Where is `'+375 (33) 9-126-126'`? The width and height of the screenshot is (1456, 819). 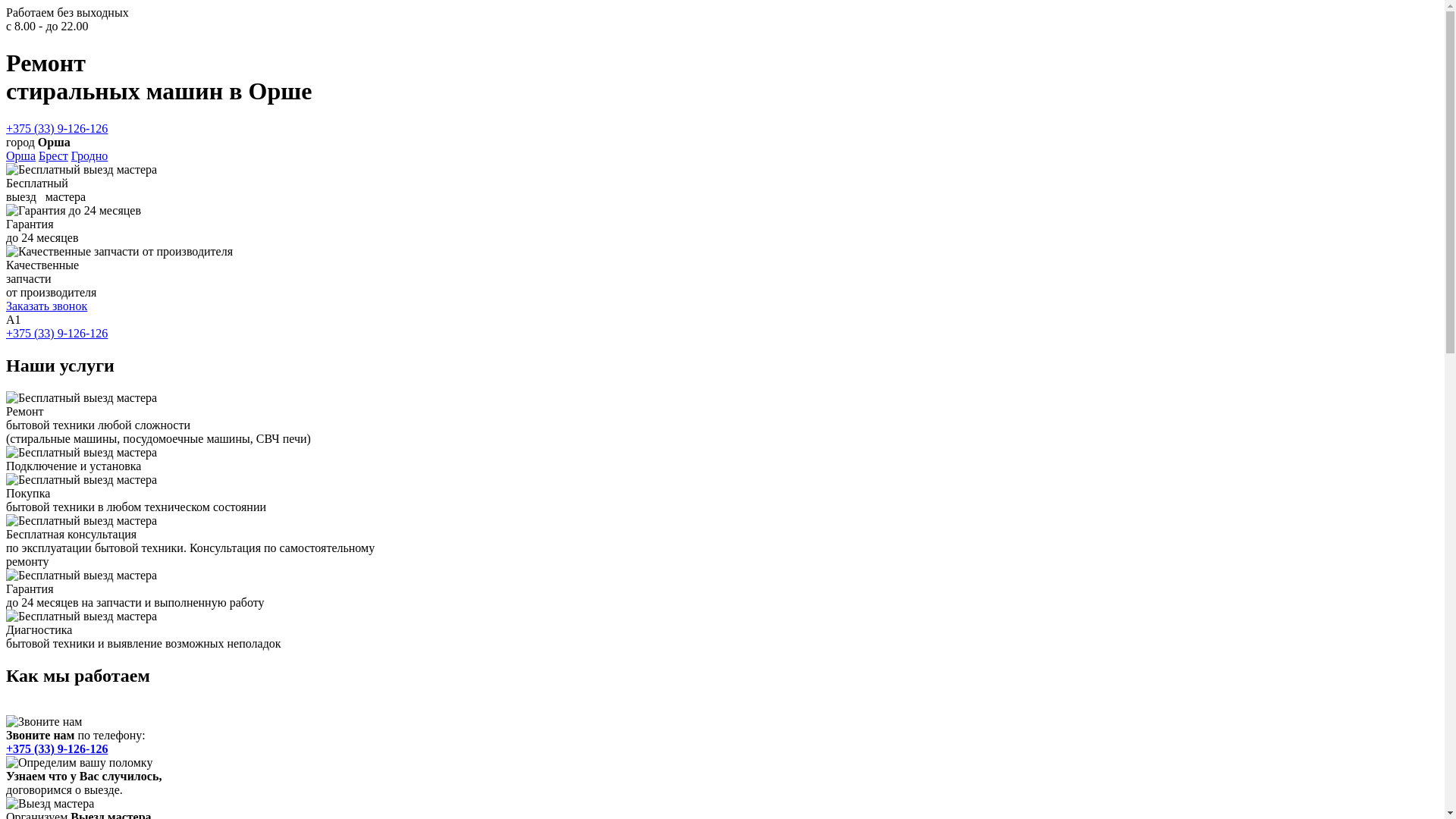 '+375 (33) 9-126-126' is located at coordinates (6, 747).